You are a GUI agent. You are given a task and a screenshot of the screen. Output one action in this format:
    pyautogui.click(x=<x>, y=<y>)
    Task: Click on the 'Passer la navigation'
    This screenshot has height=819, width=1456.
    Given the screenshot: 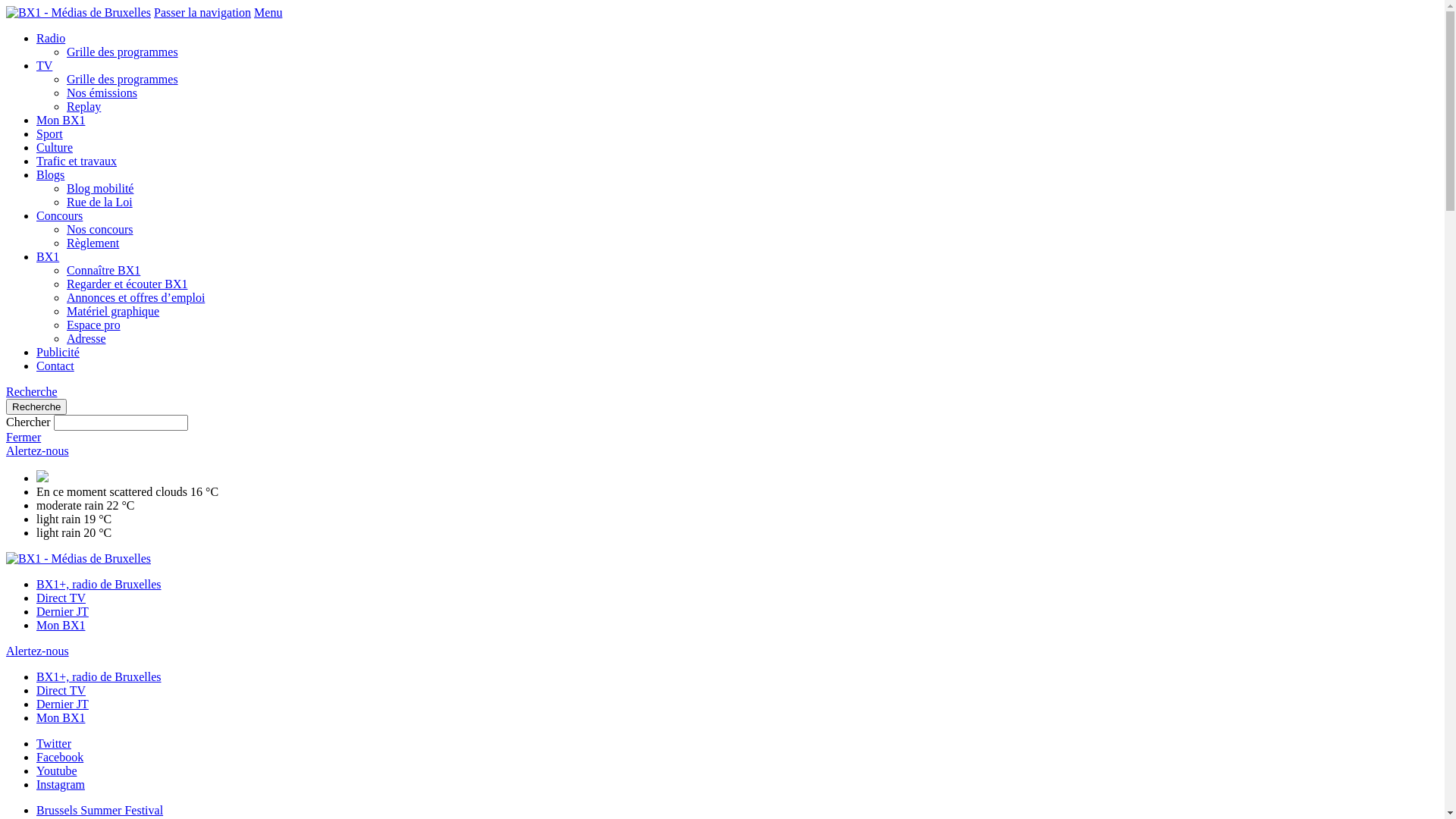 What is the action you would take?
    pyautogui.click(x=202, y=12)
    